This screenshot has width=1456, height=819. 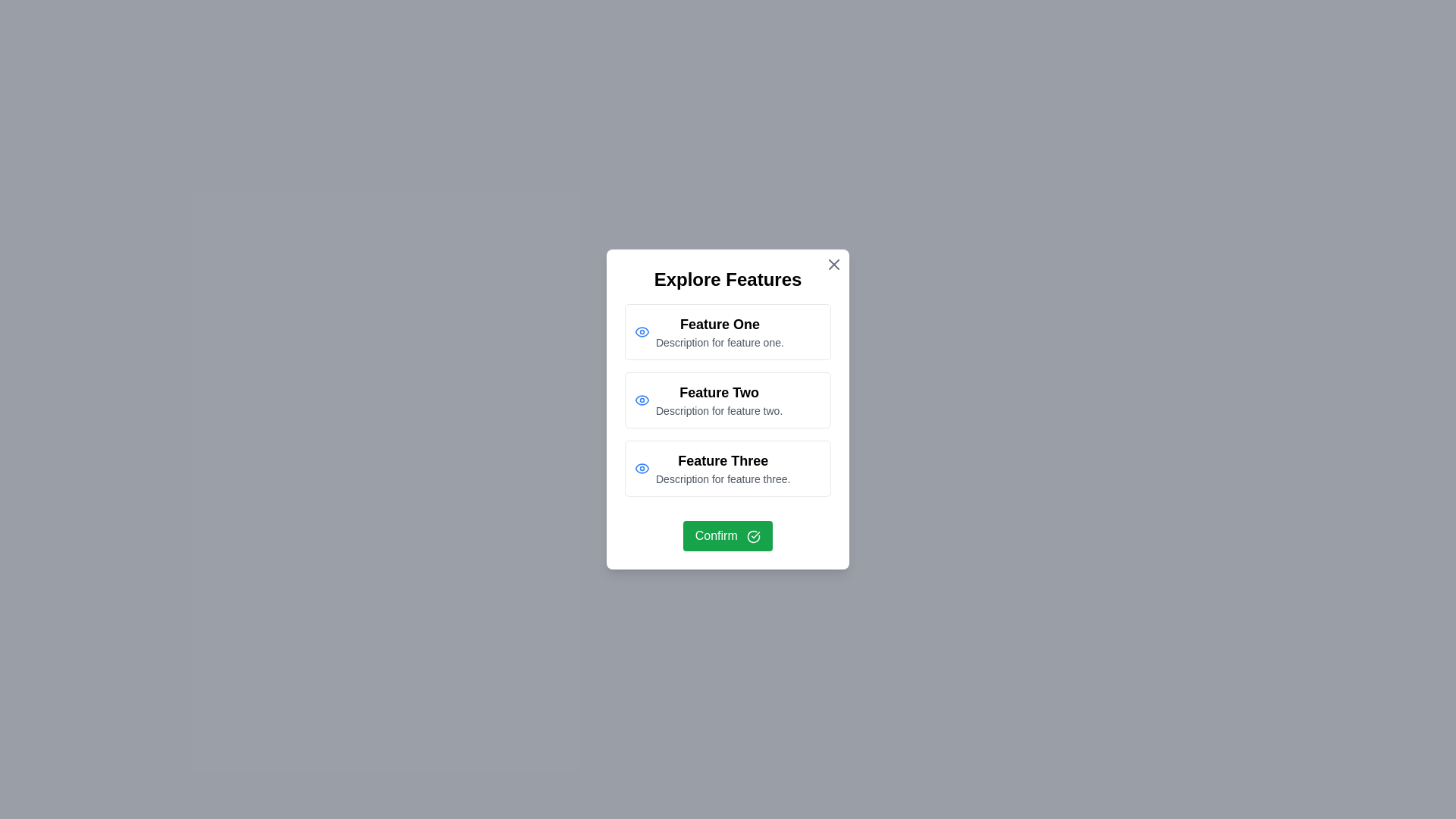 What do you see at coordinates (728, 400) in the screenshot?
I see `the feature item corresponding to Feature Two` at bounding box center [728, 400].